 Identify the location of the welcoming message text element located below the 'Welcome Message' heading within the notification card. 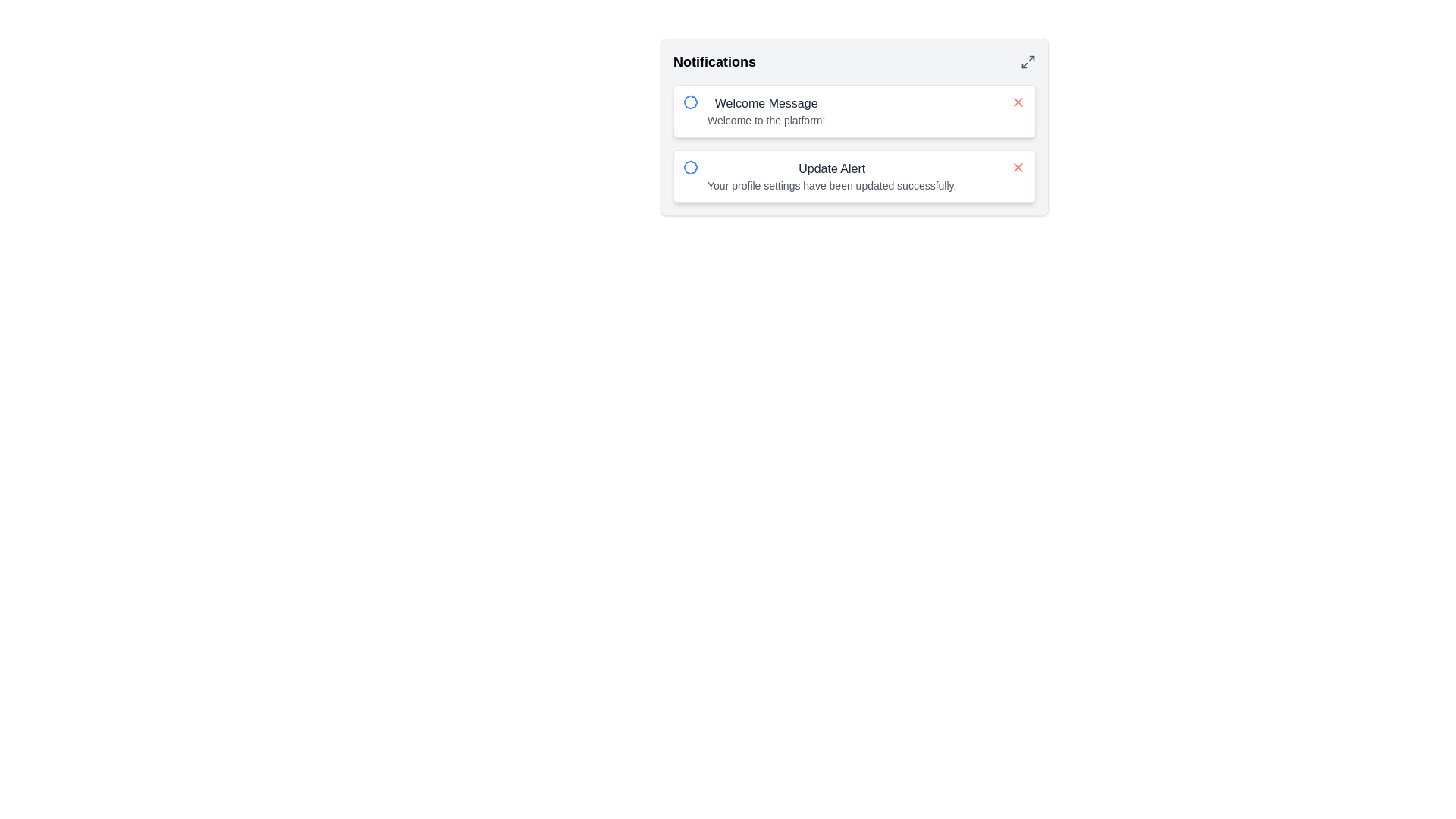
(766, 119).